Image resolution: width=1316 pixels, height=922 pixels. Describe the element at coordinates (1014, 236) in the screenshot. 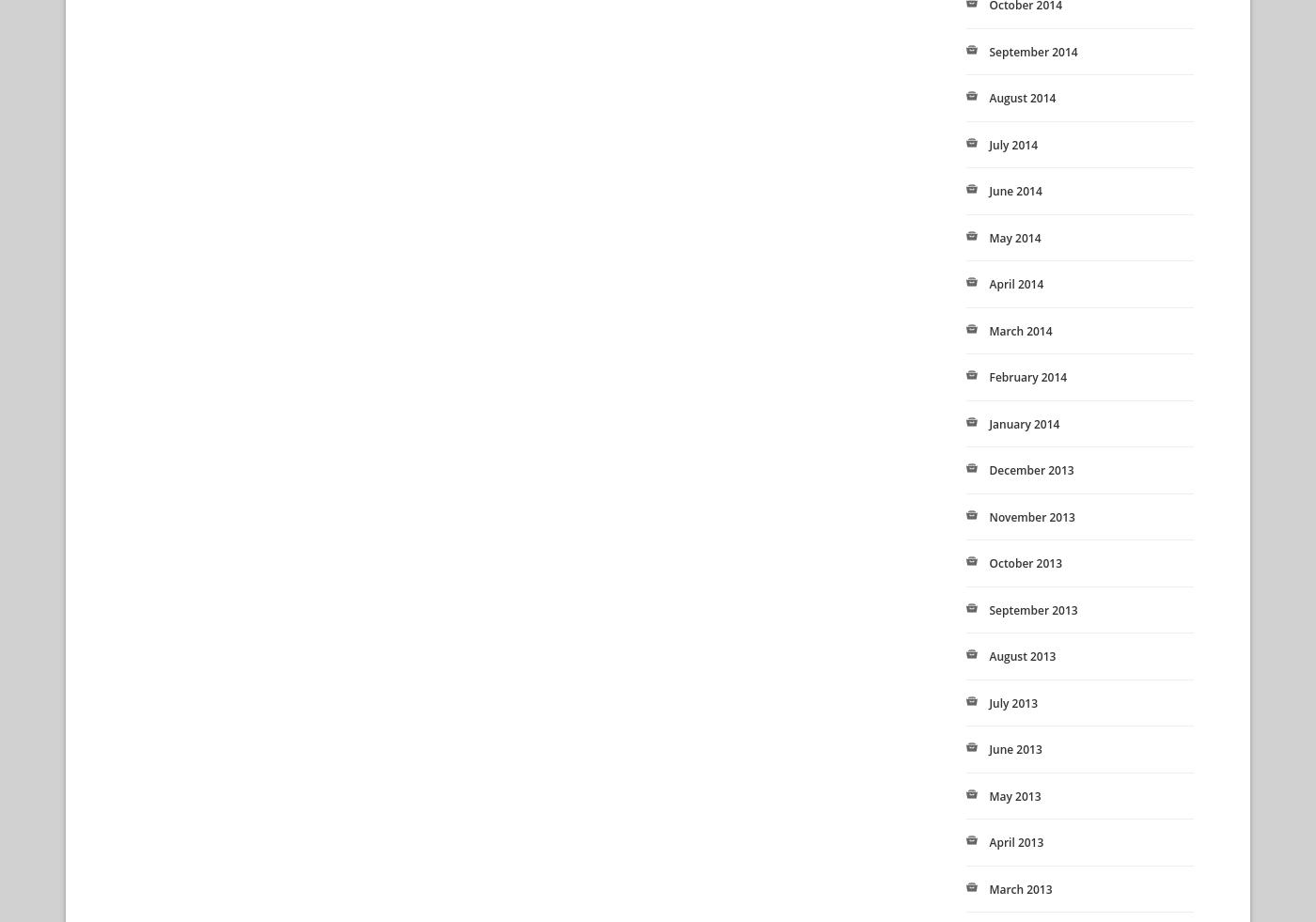

I see `'May 2014'` at that location.